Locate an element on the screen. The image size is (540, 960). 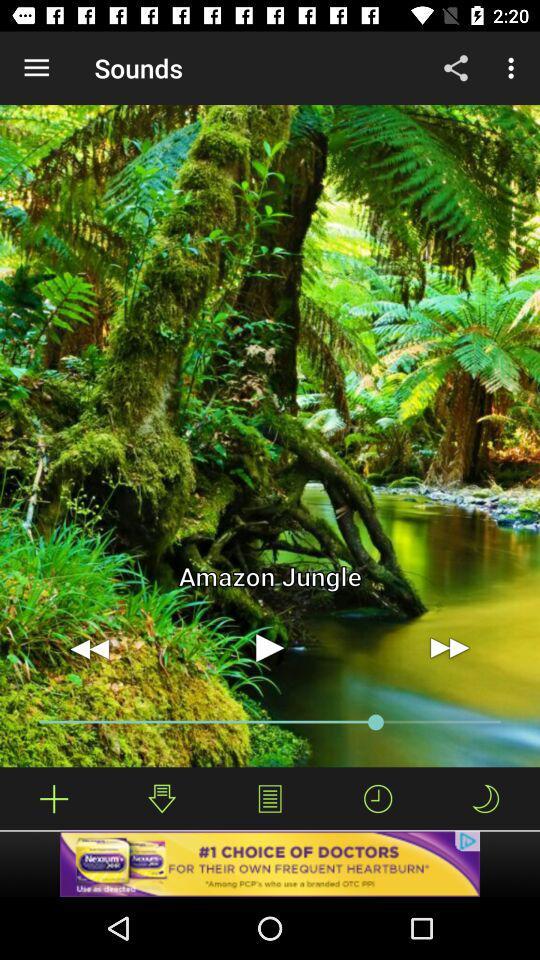
previous is located at coordinates (89, 647).